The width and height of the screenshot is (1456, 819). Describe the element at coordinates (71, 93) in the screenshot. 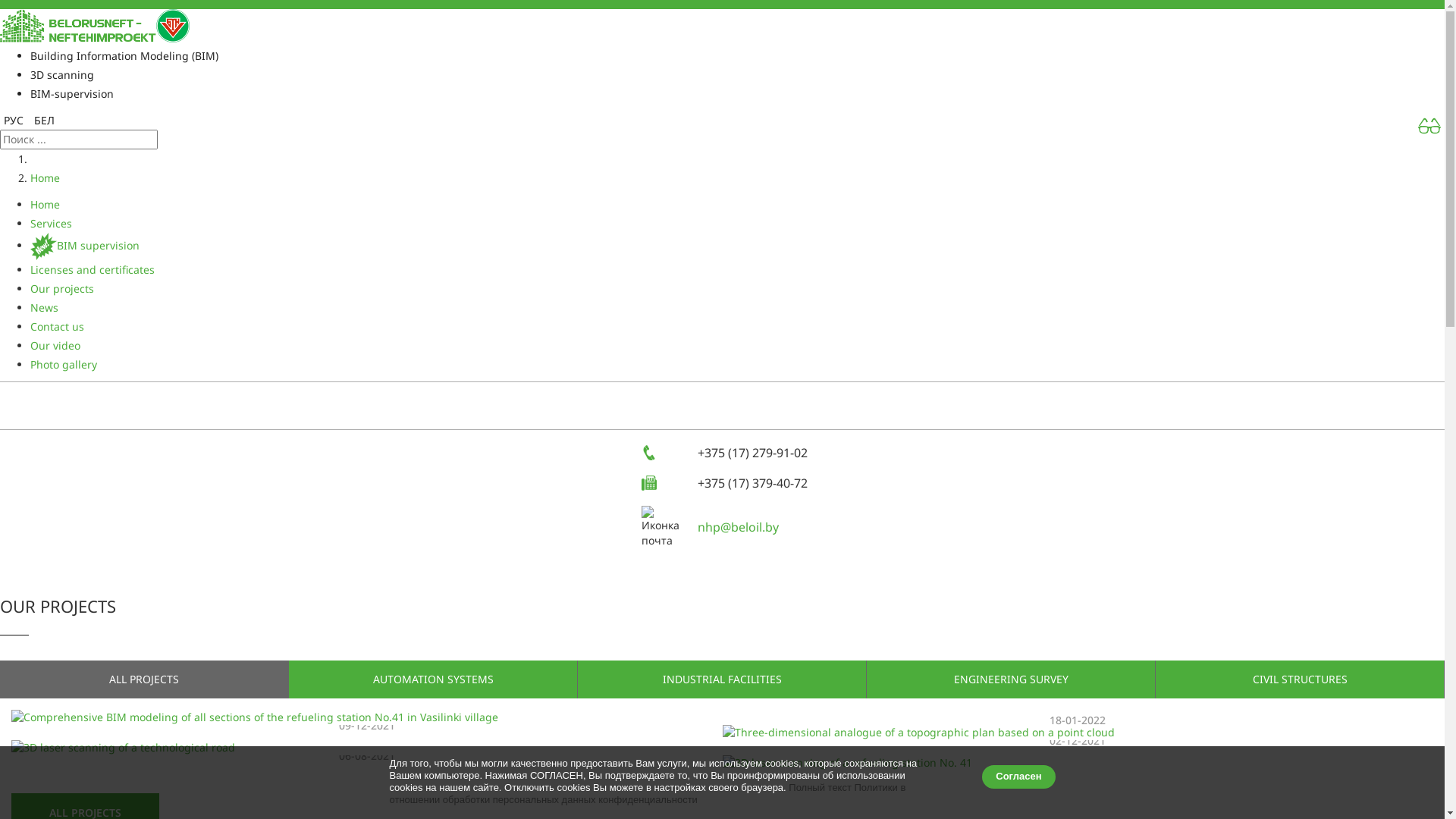

I see `'BIM-supervision'` at that location.